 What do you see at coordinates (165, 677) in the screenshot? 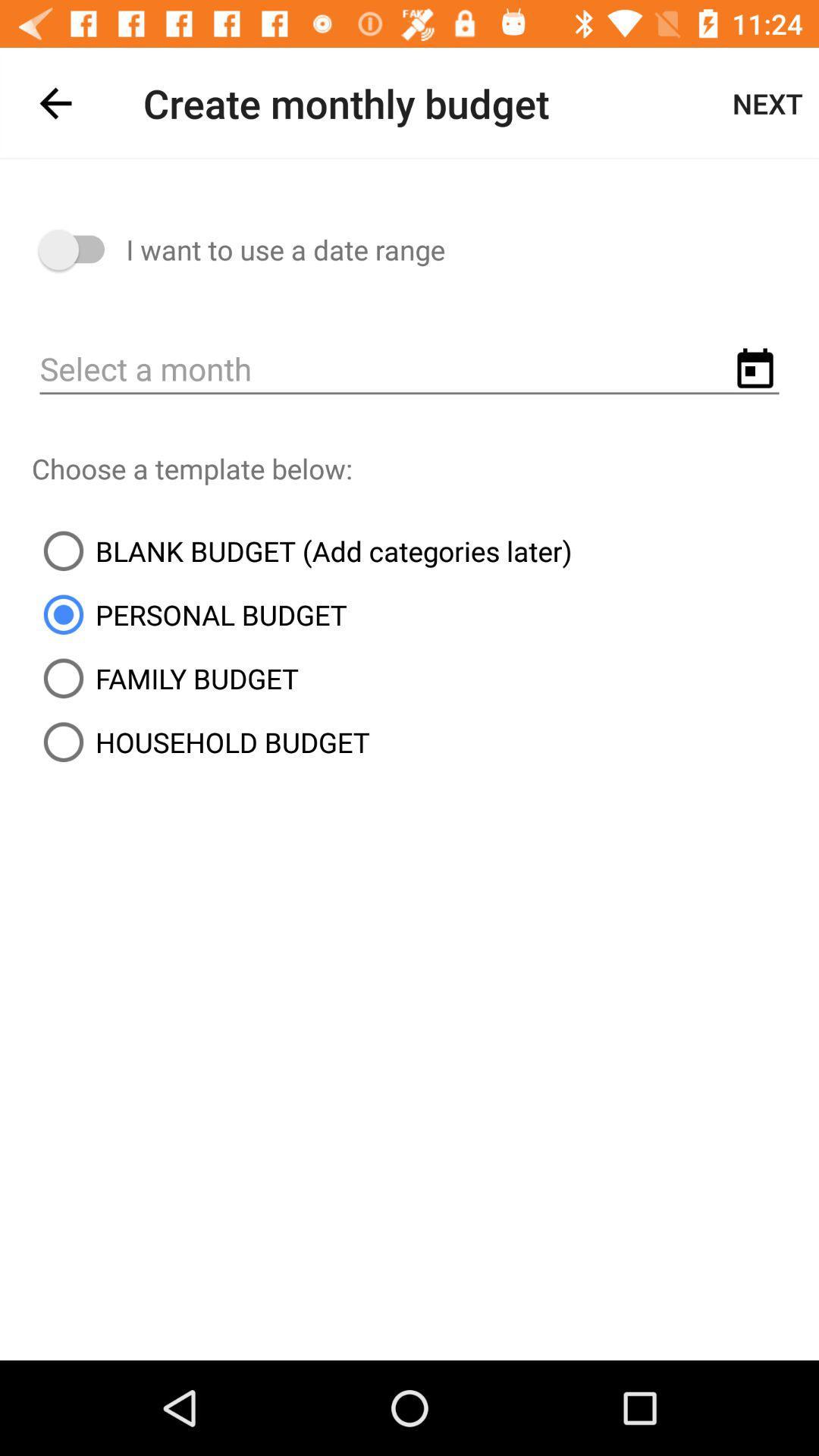
I see `the icon above household budget item` at bounding box center [165, 677].